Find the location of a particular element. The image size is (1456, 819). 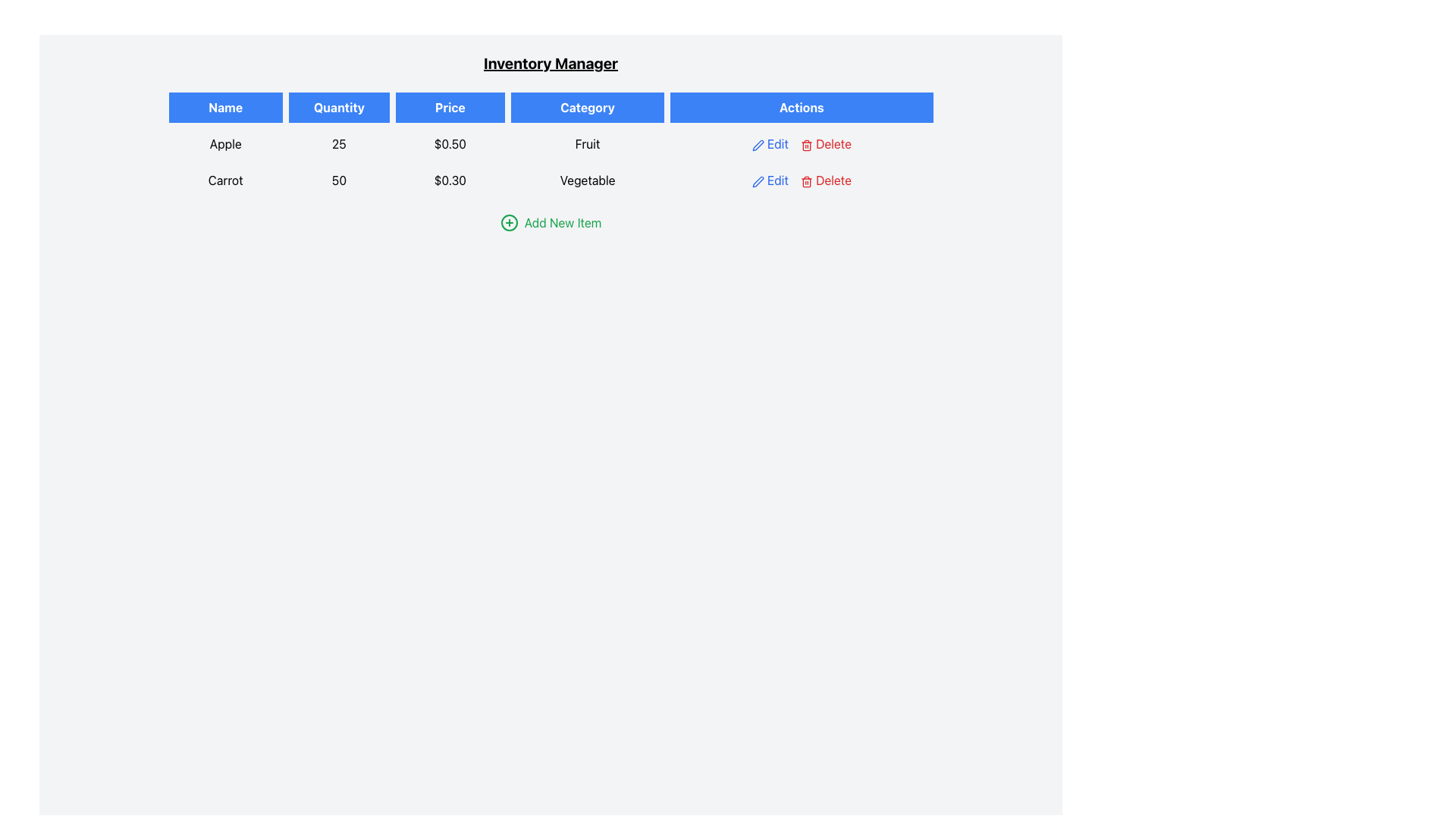

the 'Edit' link with a pen icon in the 'Actions' column of the second row in the table, which is associated with the 'Vegetable' category is located at coordinates (770, 180).